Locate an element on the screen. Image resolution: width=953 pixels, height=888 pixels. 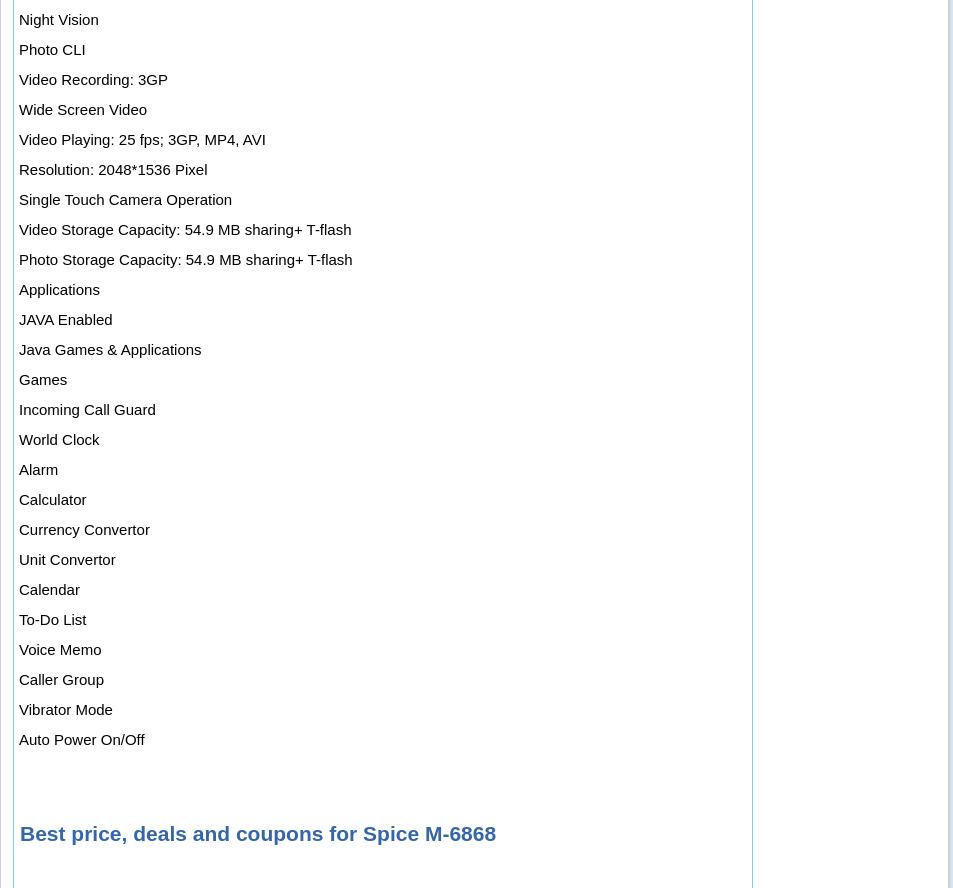
'Resolution: 2048*1536 Pixel' is located at coordinates (112, 168).